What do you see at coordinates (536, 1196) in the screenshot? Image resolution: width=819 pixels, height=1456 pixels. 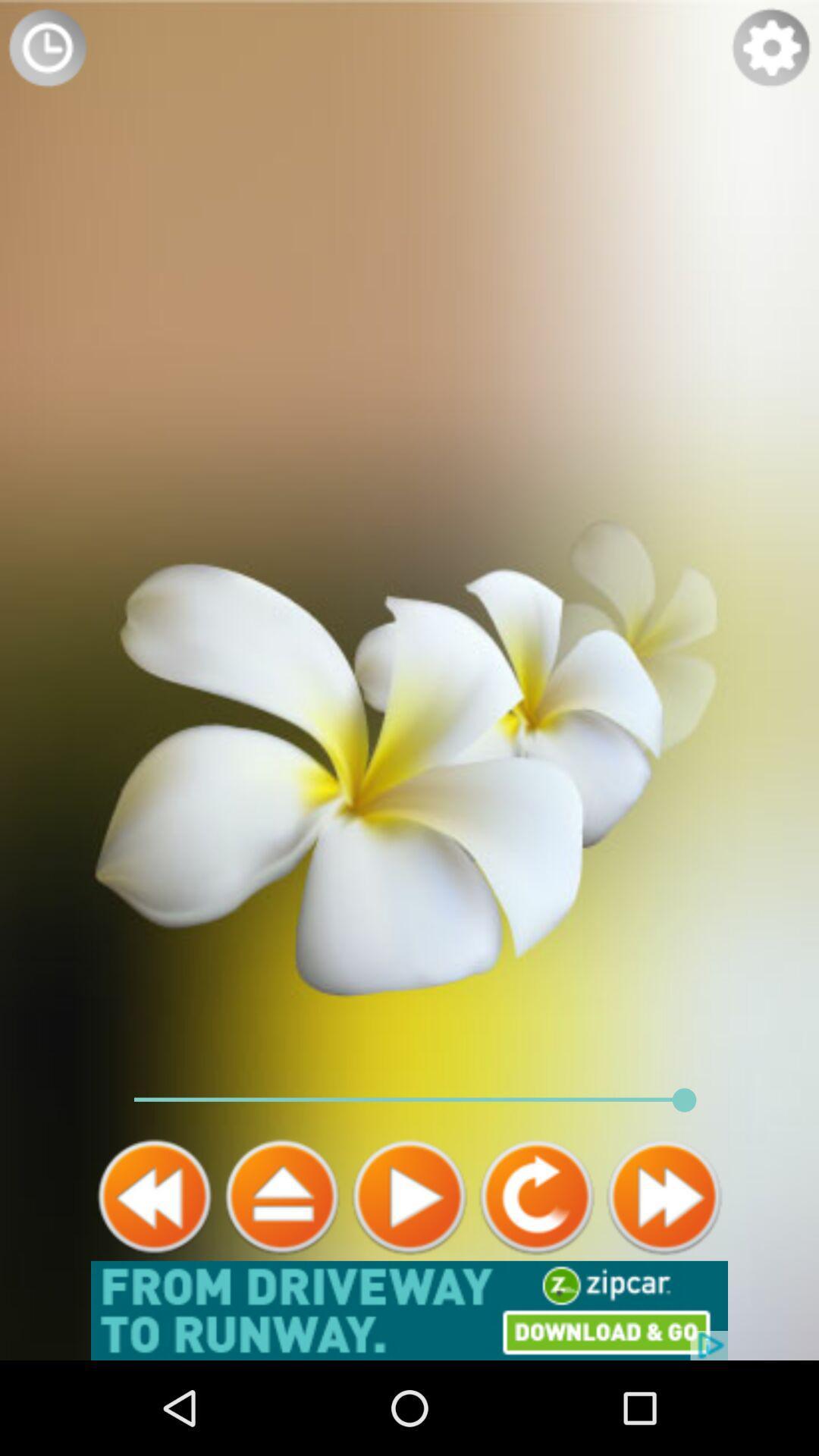 I see `previous` at bounding box center [536, 1196].